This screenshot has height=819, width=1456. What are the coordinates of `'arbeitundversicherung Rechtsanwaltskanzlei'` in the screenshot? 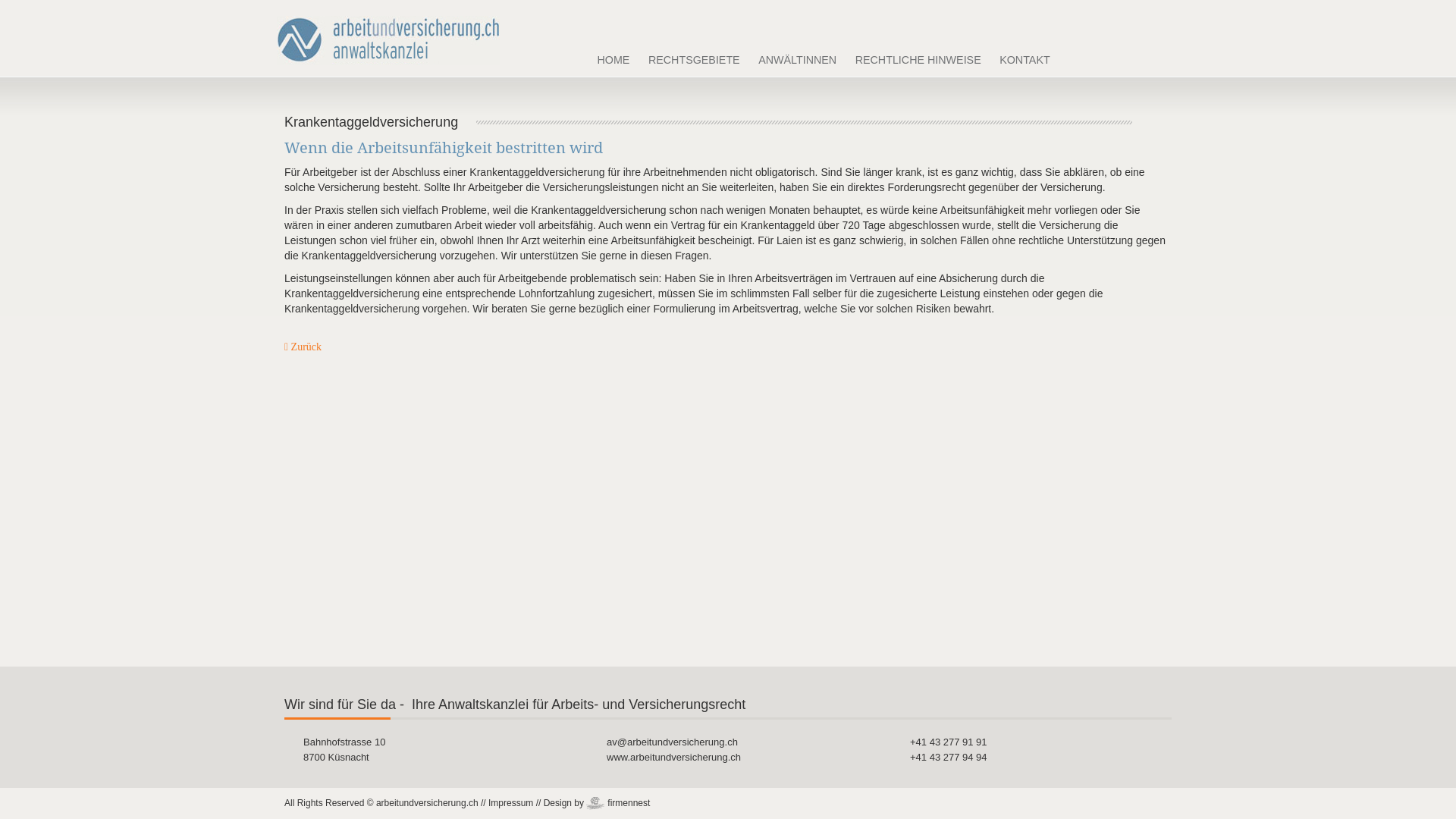 It's located at (388, 32).